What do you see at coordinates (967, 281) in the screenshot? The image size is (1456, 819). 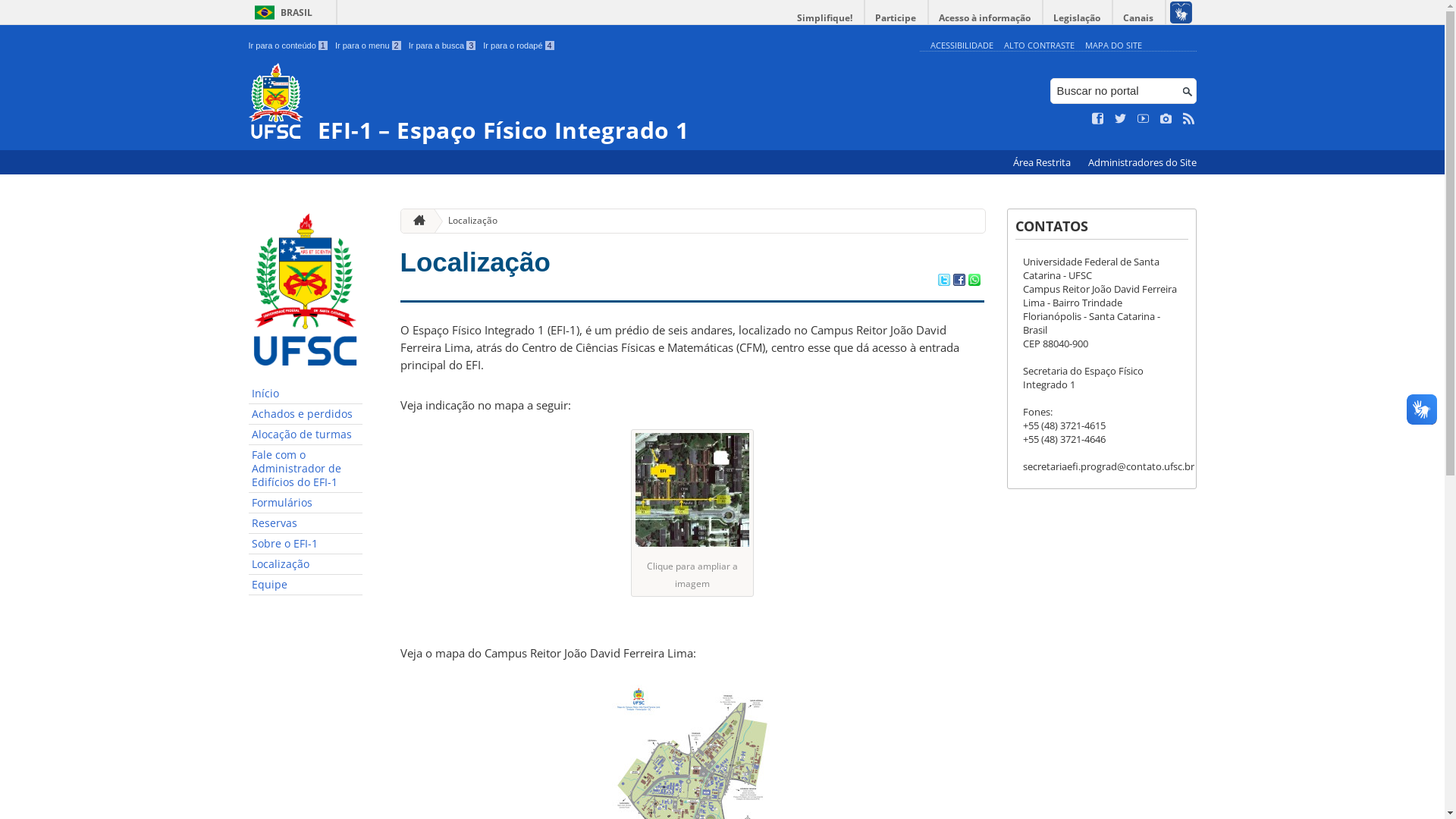 I see `'Compartilhar no WhatsApp'` at bounding box center [967, 281].